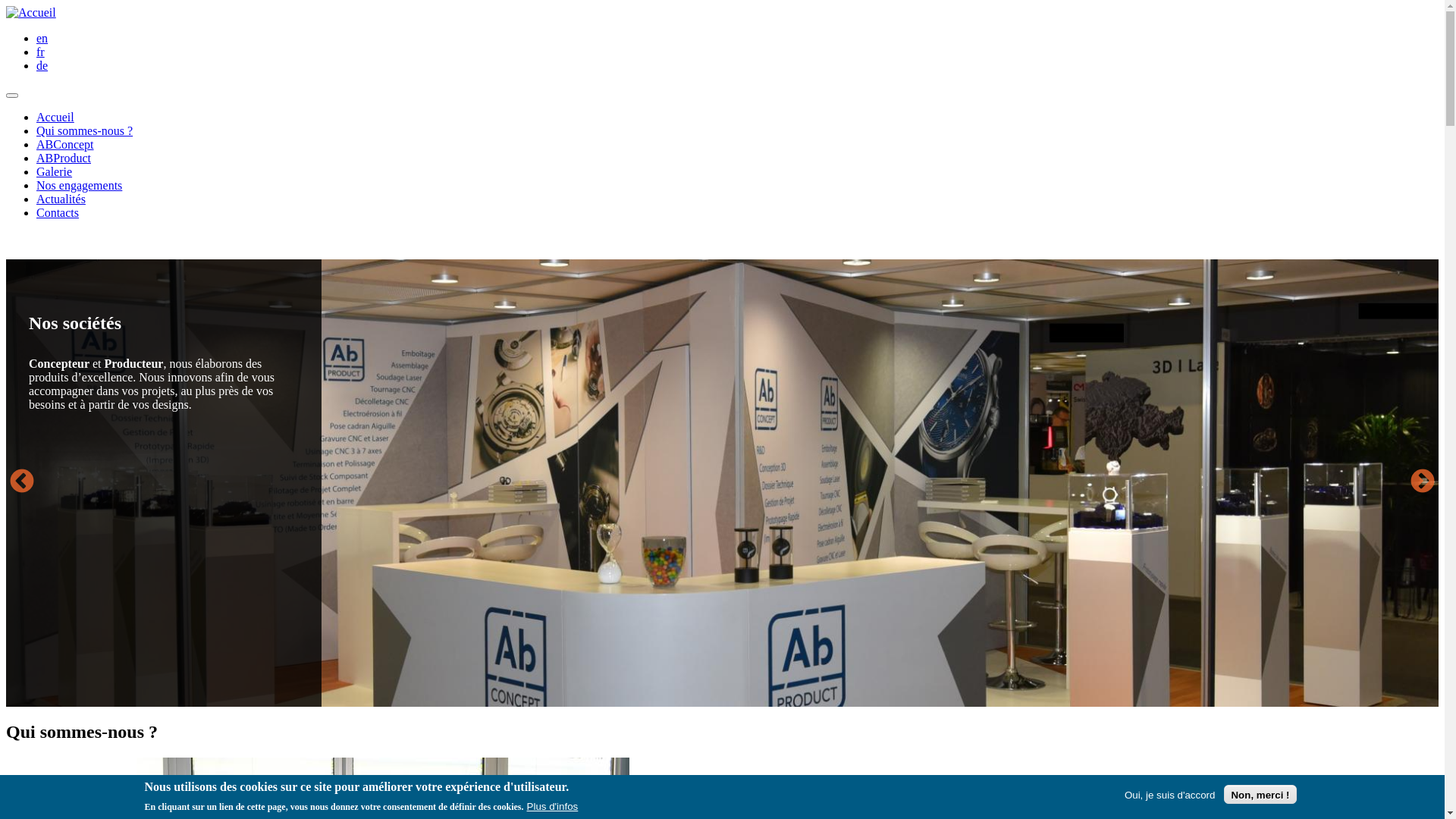 The width and height of the screenshot is (1456, 819). Describe the element at coordinates (58, 212) in the screenshot. I see `'Contacts'` at that location.